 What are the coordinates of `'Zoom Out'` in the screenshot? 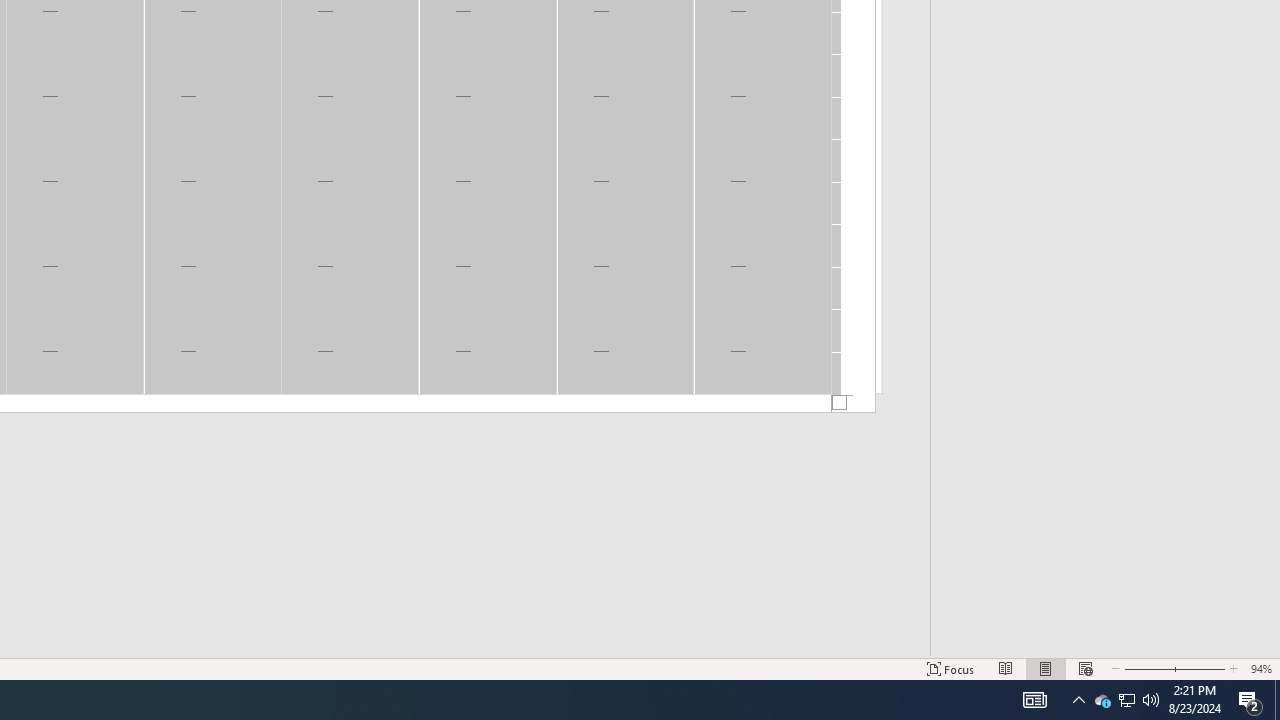 It's located at (1127, 698).